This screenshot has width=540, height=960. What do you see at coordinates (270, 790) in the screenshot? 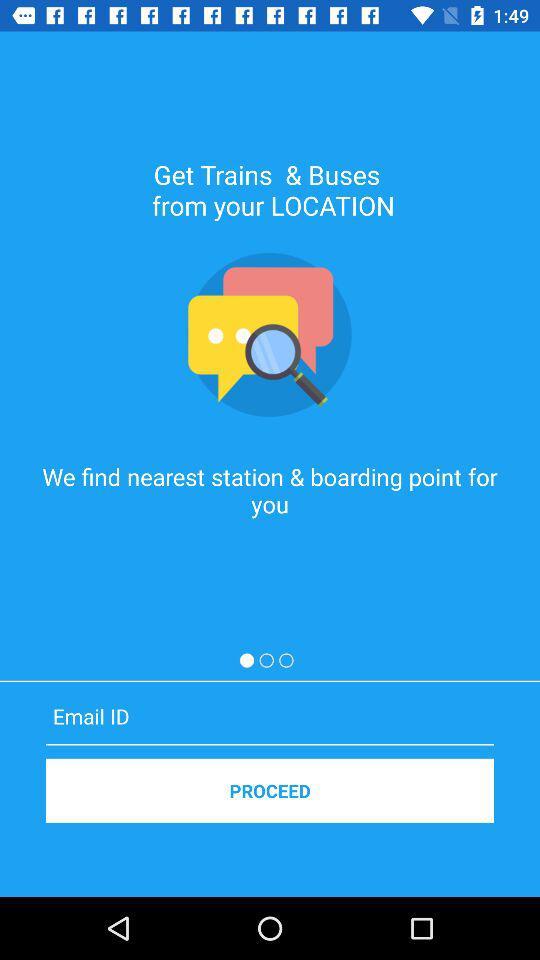
I see `the proceed icon` at bounding box center [270, 790].